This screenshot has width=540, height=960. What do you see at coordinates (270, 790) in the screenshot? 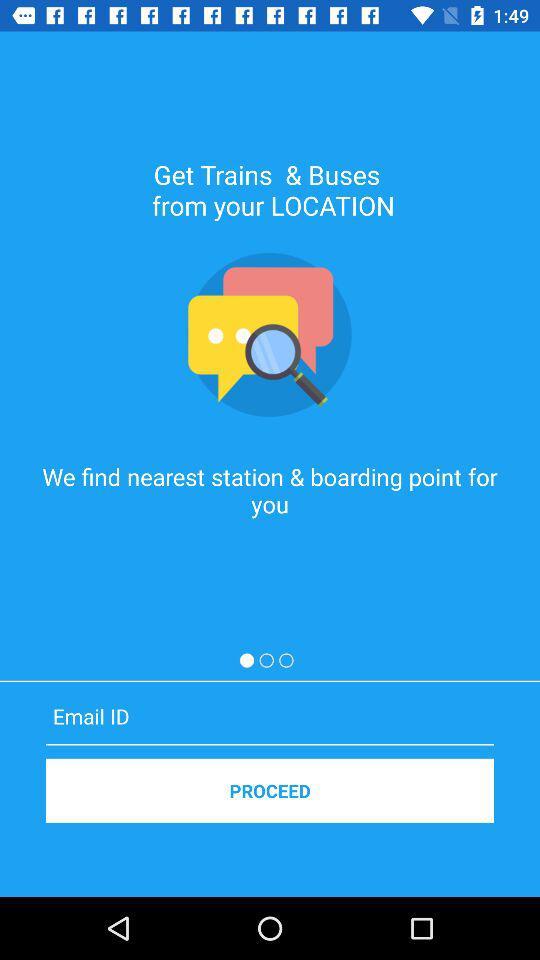
I see `the proceed icon` at bounding box center [270, 790].